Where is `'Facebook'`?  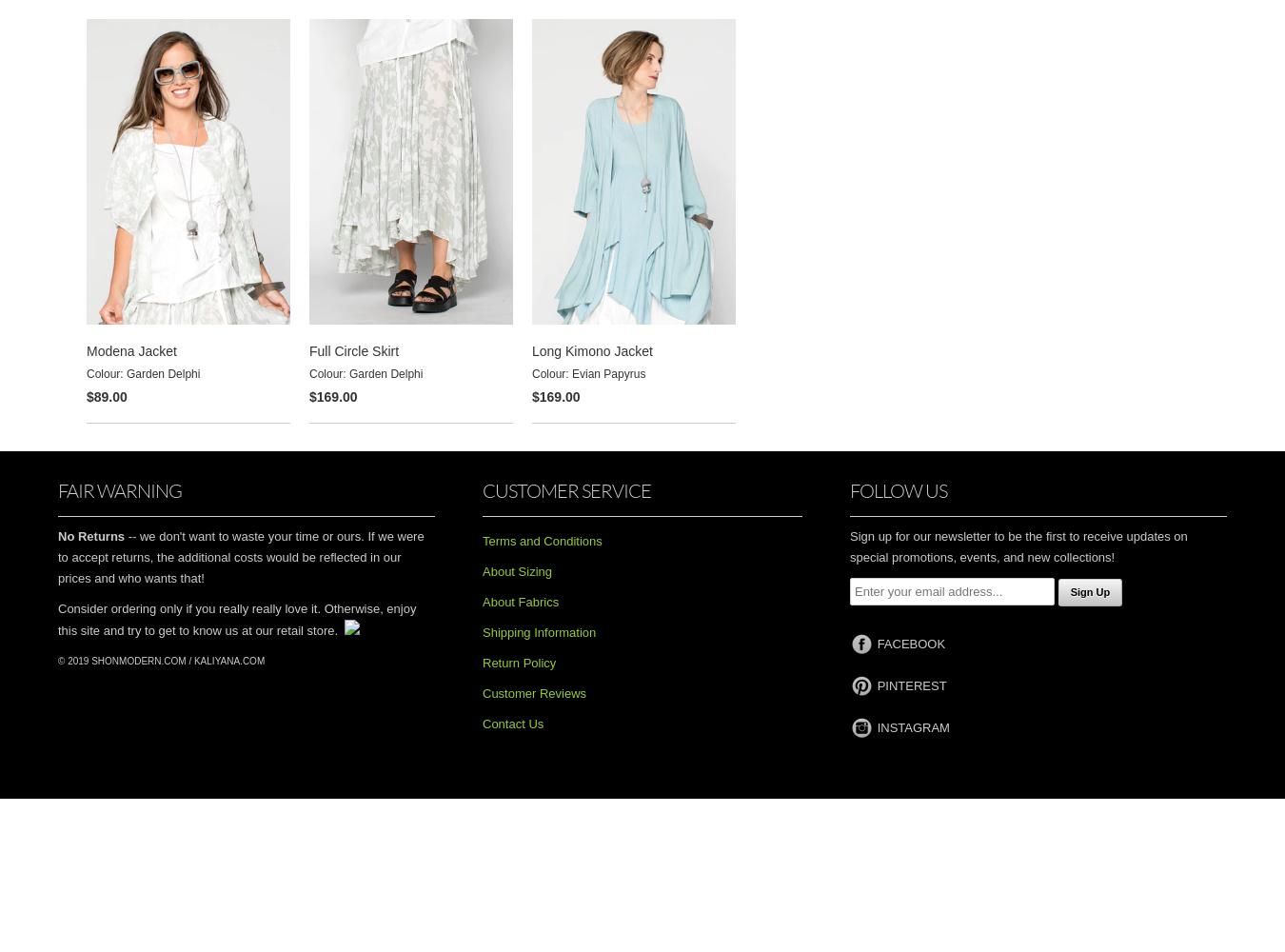 'Facebook' is located at coordinates (910, 644).